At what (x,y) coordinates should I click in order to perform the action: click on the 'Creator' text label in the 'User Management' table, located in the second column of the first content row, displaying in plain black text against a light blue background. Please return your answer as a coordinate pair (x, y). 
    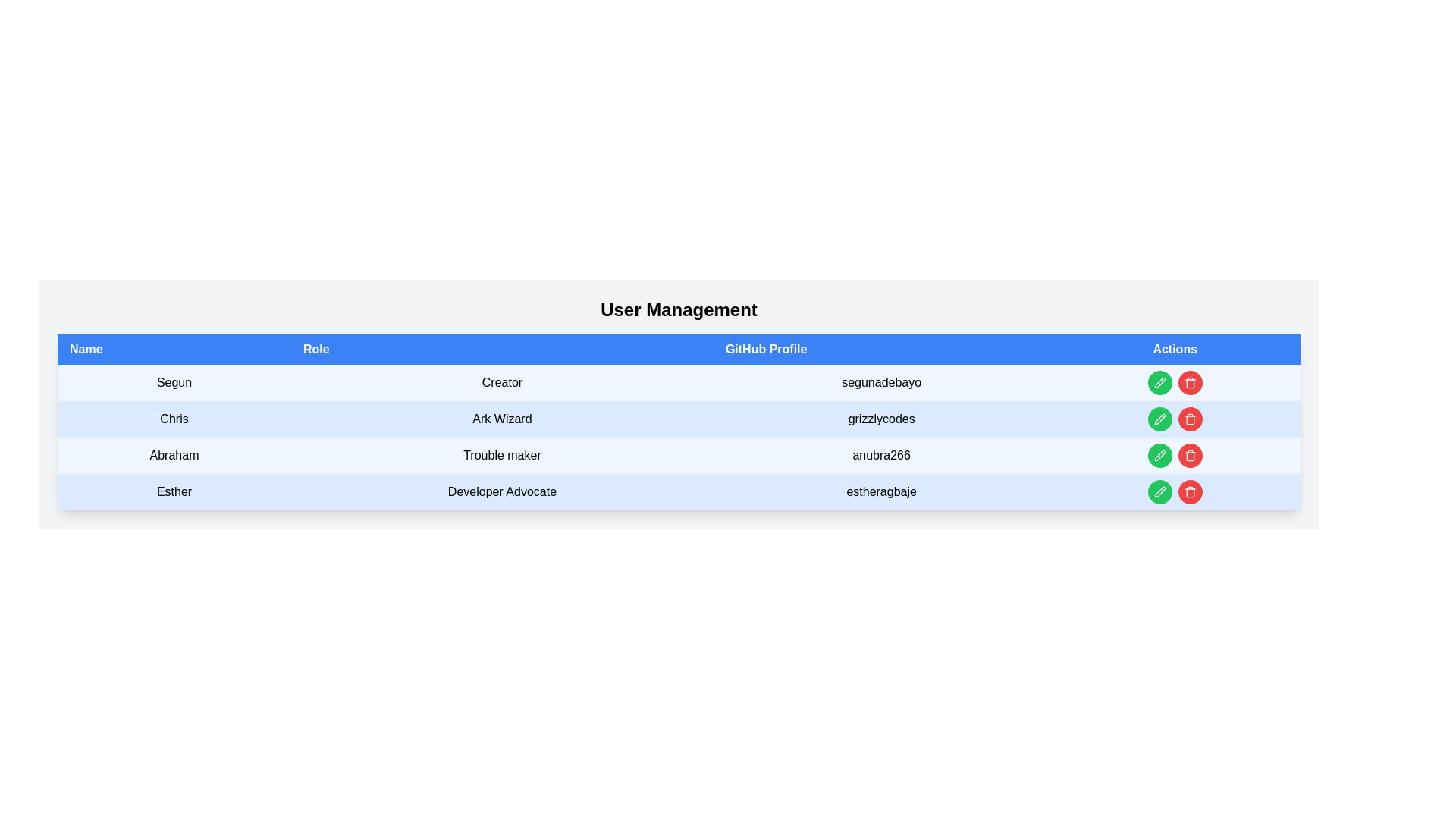
    Looking at the image, I should click on (502, 382).